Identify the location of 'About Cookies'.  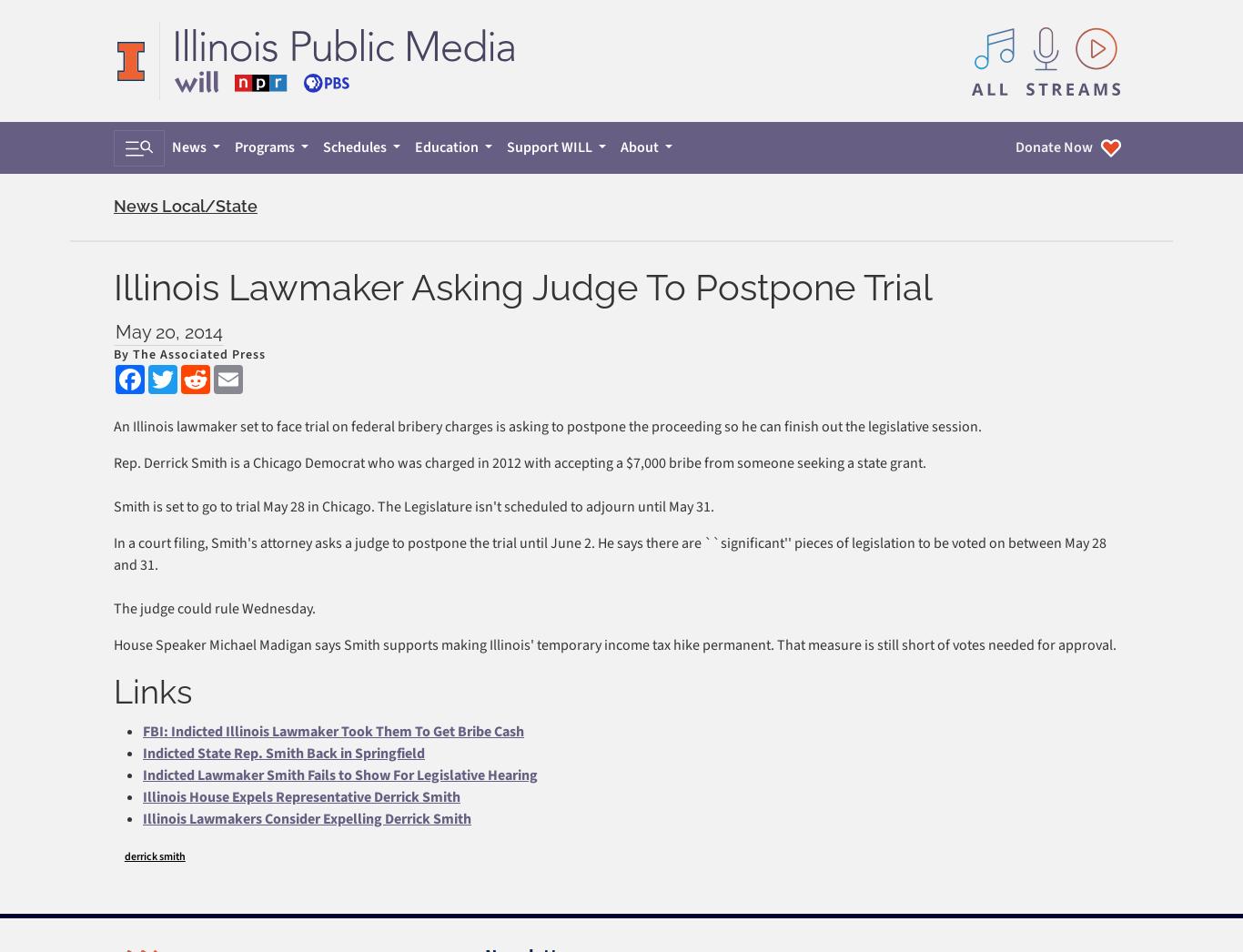
(106, 873).